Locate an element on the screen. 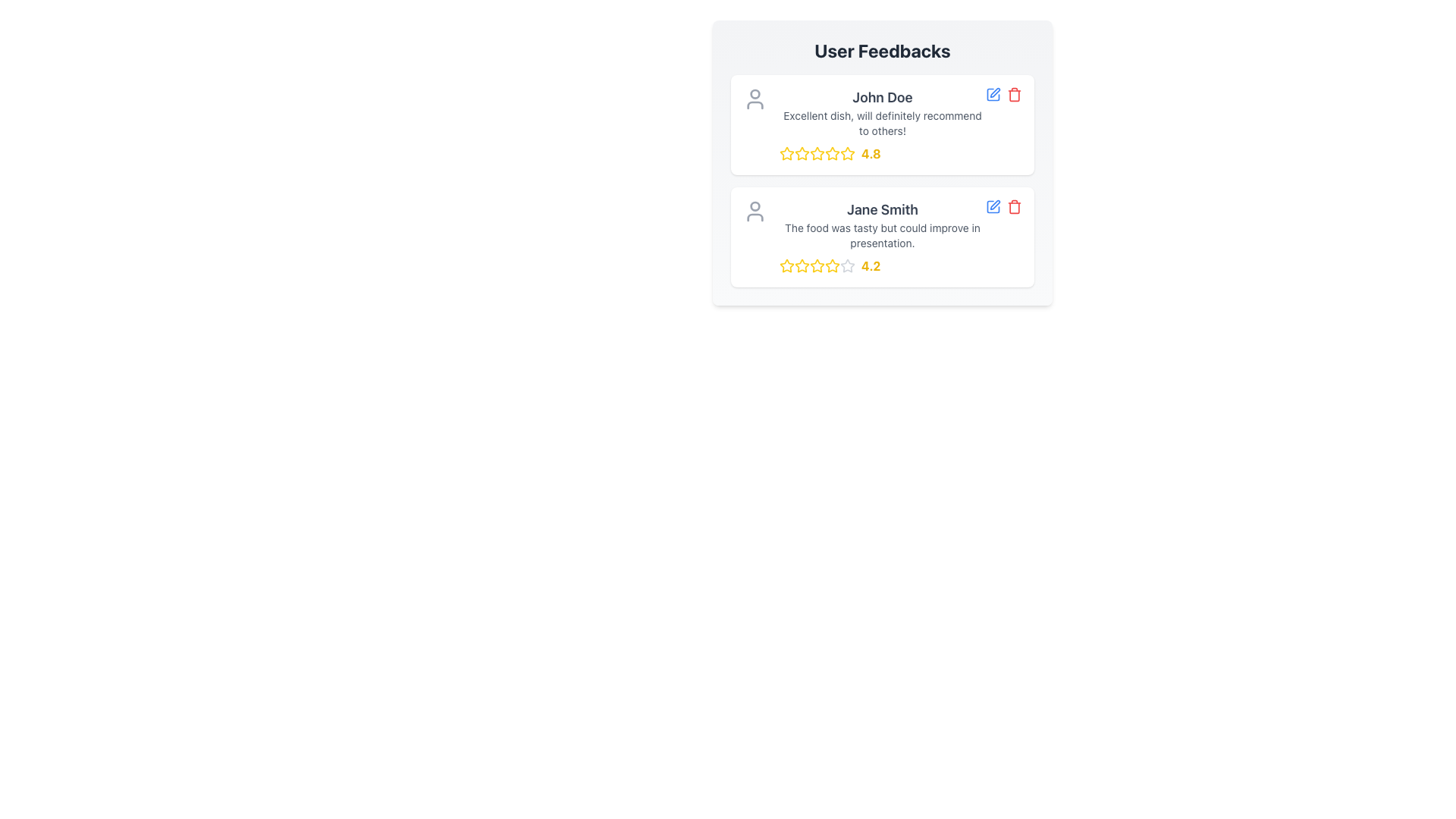  the user name text label located in the second feedback card of the 'User Feedbacks' section, positioned at the top of the card, above the feedback text and star ratings is located at coordinates (882, 210).